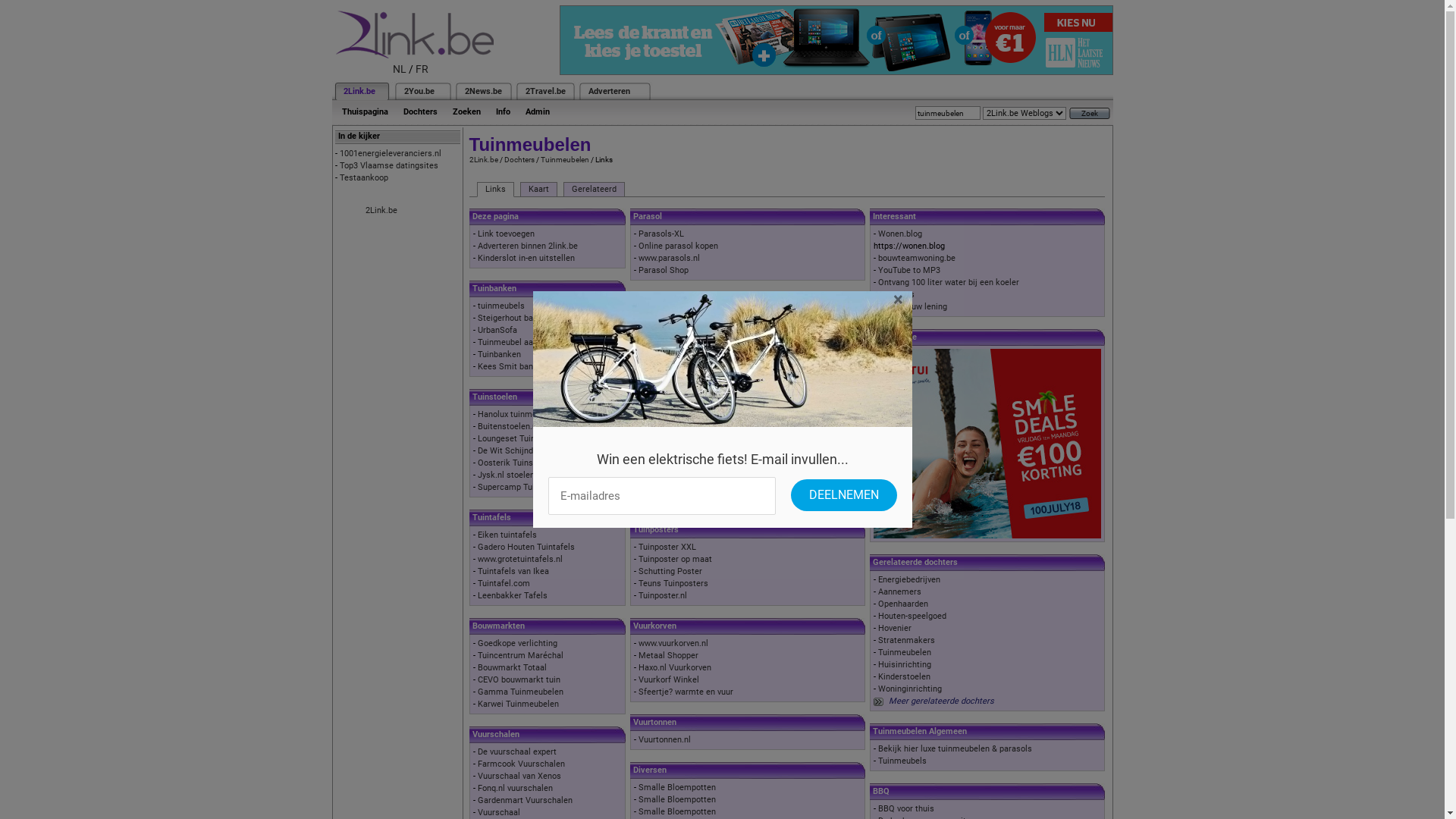 This screenshot has width=1456, height=819. I want to click on '1001energieleveranciers.nl', so click(390, 153).